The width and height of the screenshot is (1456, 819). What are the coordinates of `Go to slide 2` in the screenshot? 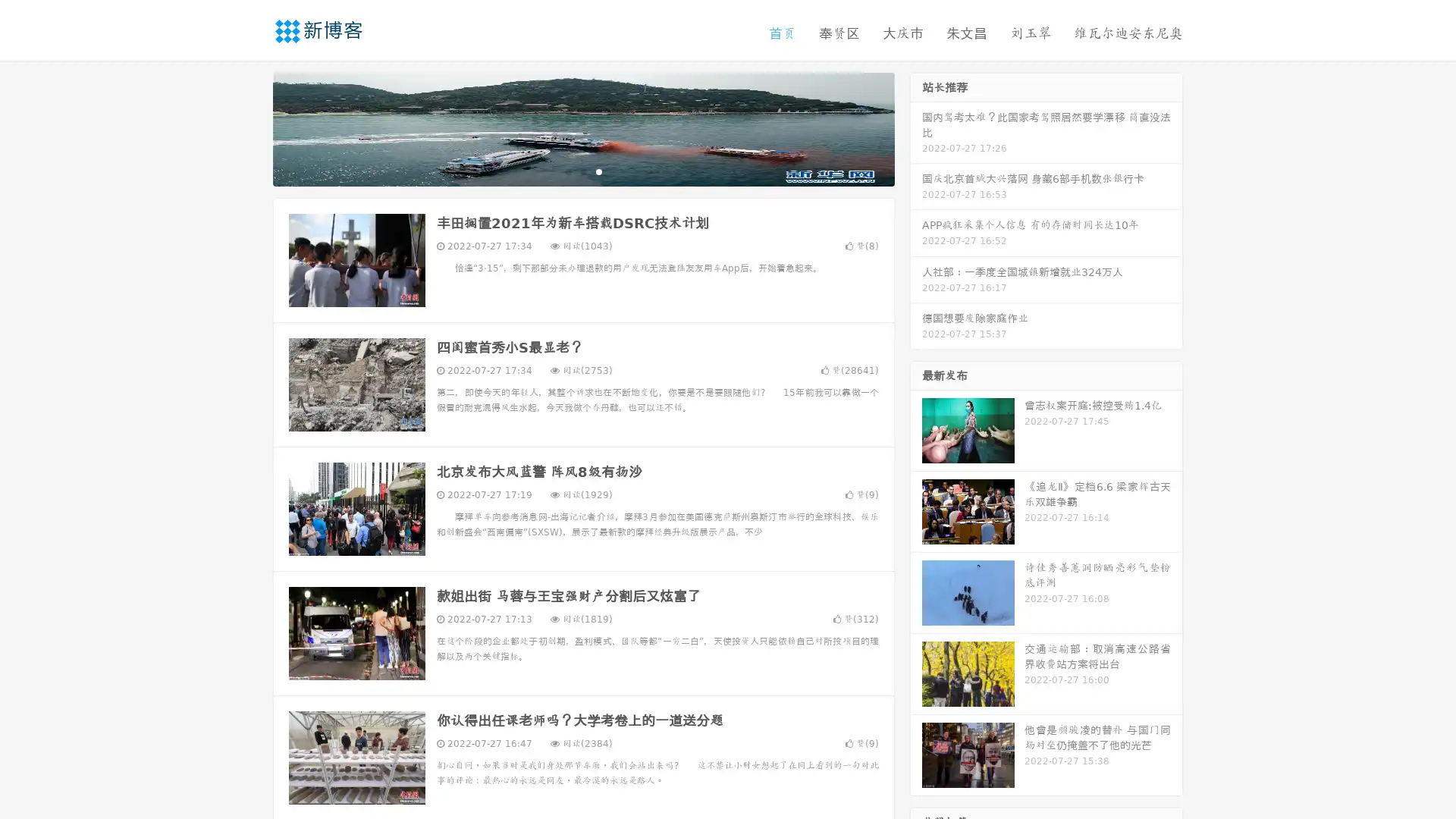 It's located at (582, 171).